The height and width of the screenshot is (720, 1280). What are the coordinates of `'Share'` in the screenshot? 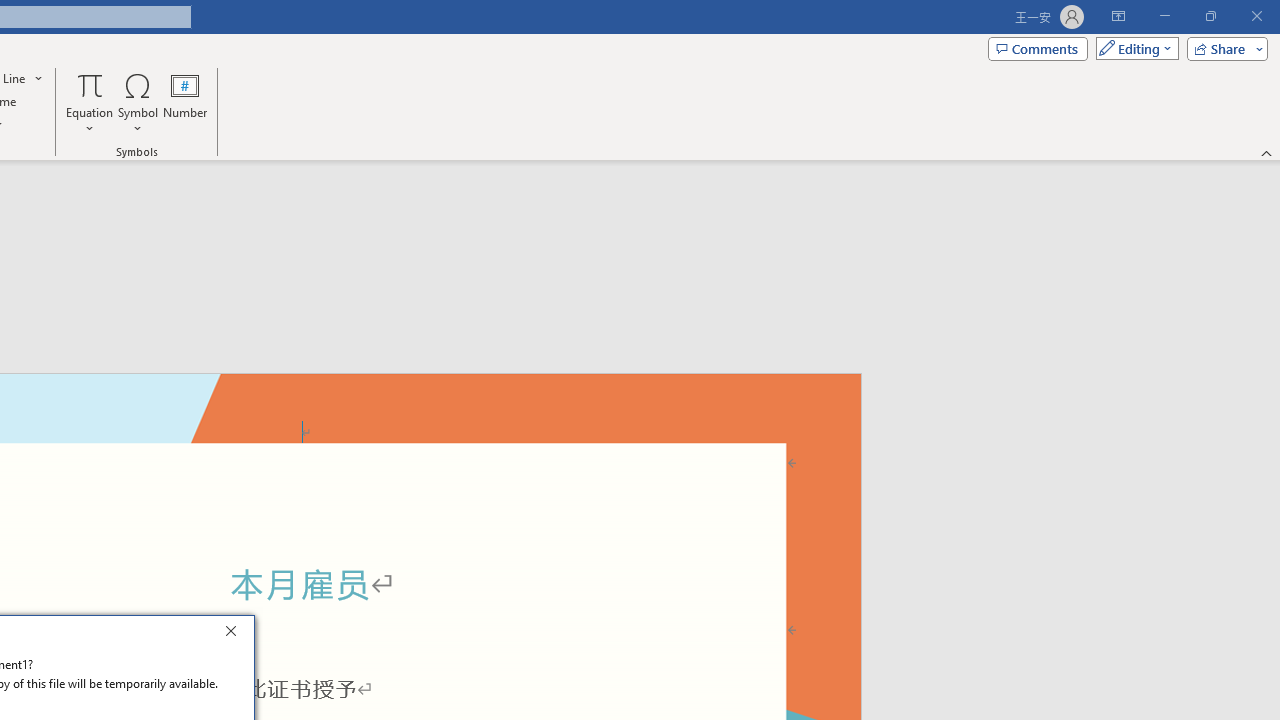 It's located at (1222, 47).